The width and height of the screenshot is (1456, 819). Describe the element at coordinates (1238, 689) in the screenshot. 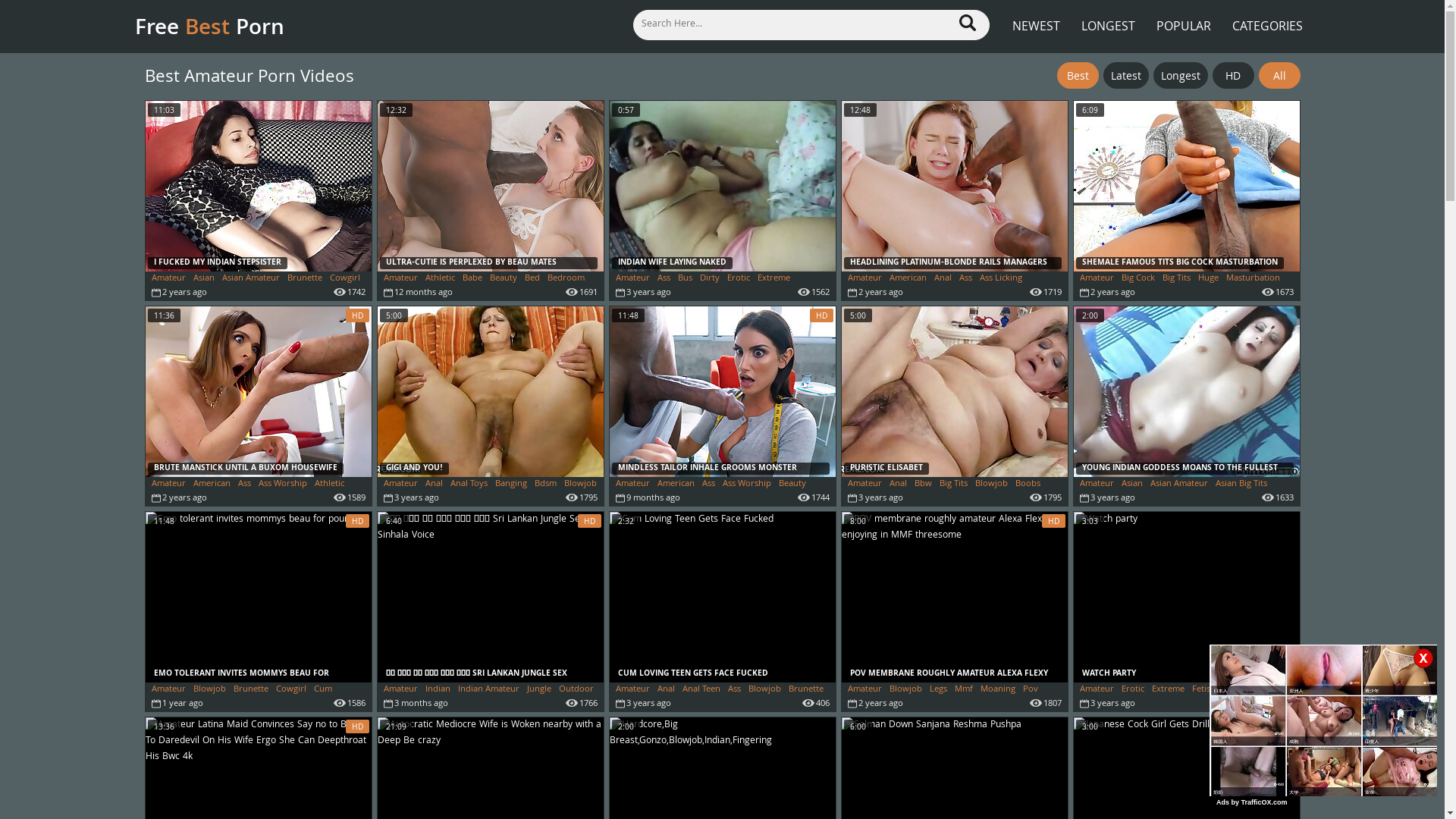

I see `'Fucking'` at that location.